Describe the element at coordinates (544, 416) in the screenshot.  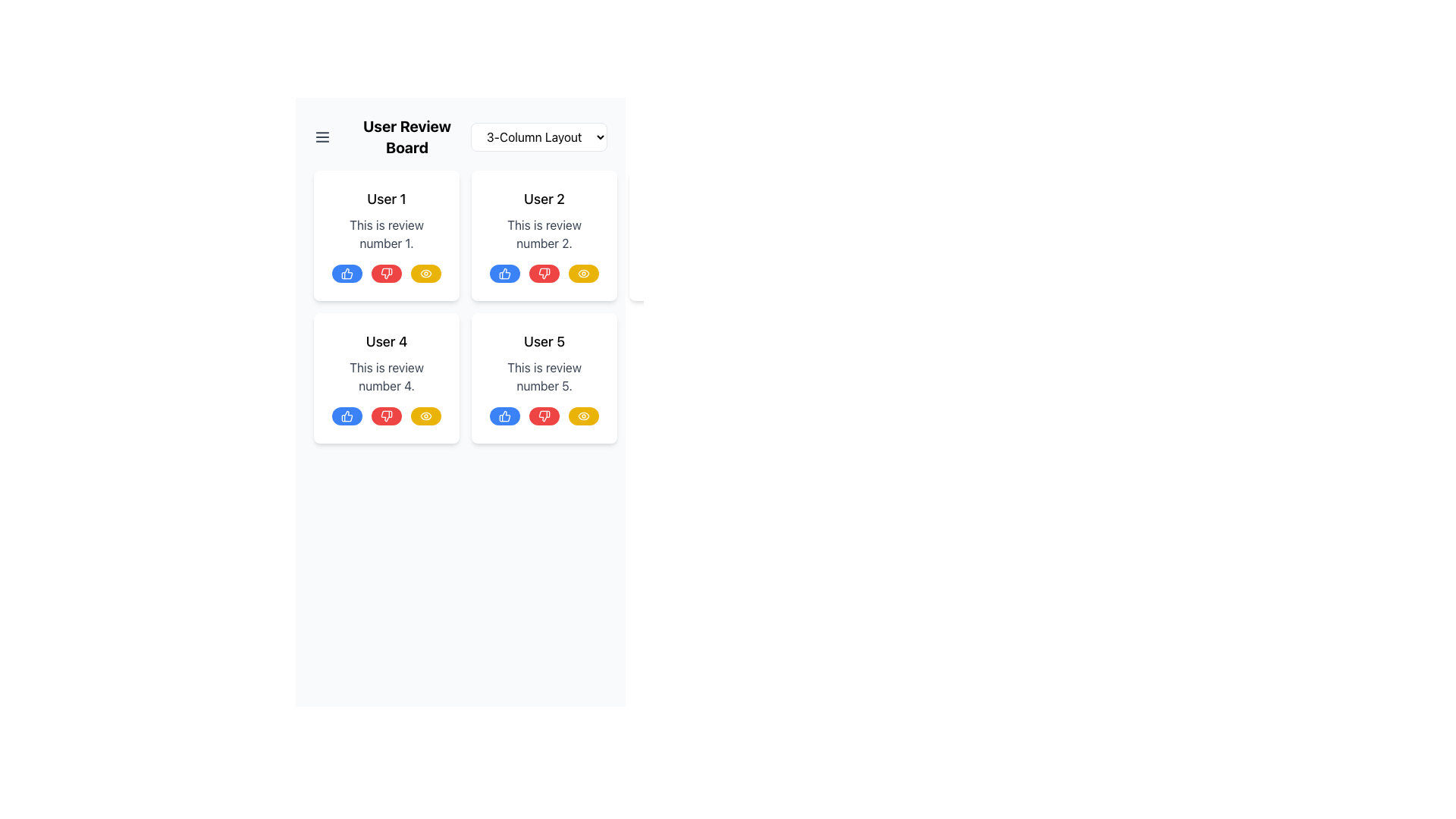
I see `the red 'dislike' icon, which resembles a thumb pointing downward, located in the bottom row of cards for 'User 5', specifically the middle icon among three horizontally aligned buttons` at that location.